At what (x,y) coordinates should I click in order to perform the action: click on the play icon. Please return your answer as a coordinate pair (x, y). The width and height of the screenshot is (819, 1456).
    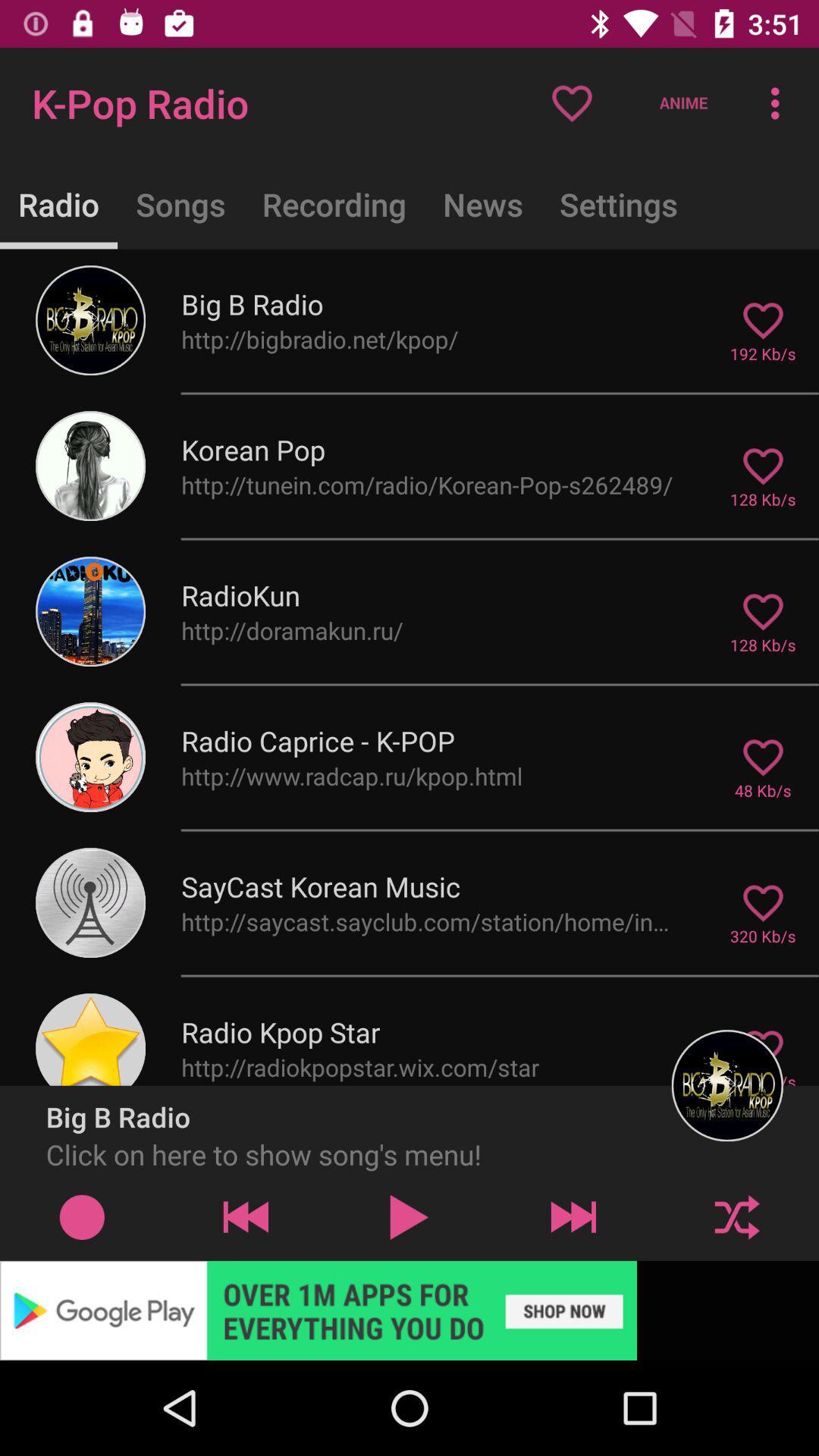
    Looking at the image, I should click on (409, 1216).